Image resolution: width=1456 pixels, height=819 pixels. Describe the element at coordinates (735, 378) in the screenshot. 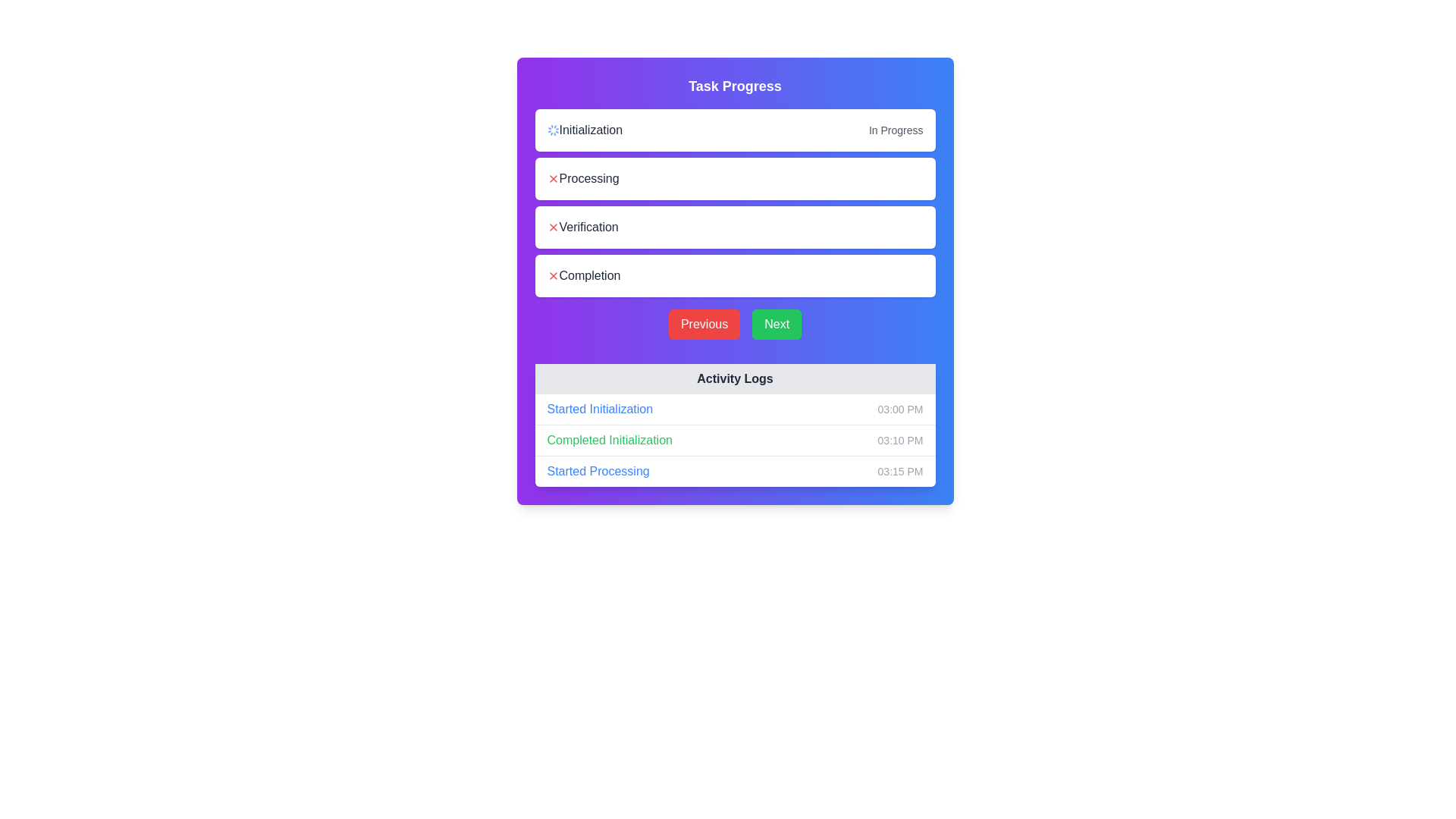

I see `the 'Activity Logs' text label, which is a bold black text on a light gray background, located at the top of the activity logs panel` at that location.